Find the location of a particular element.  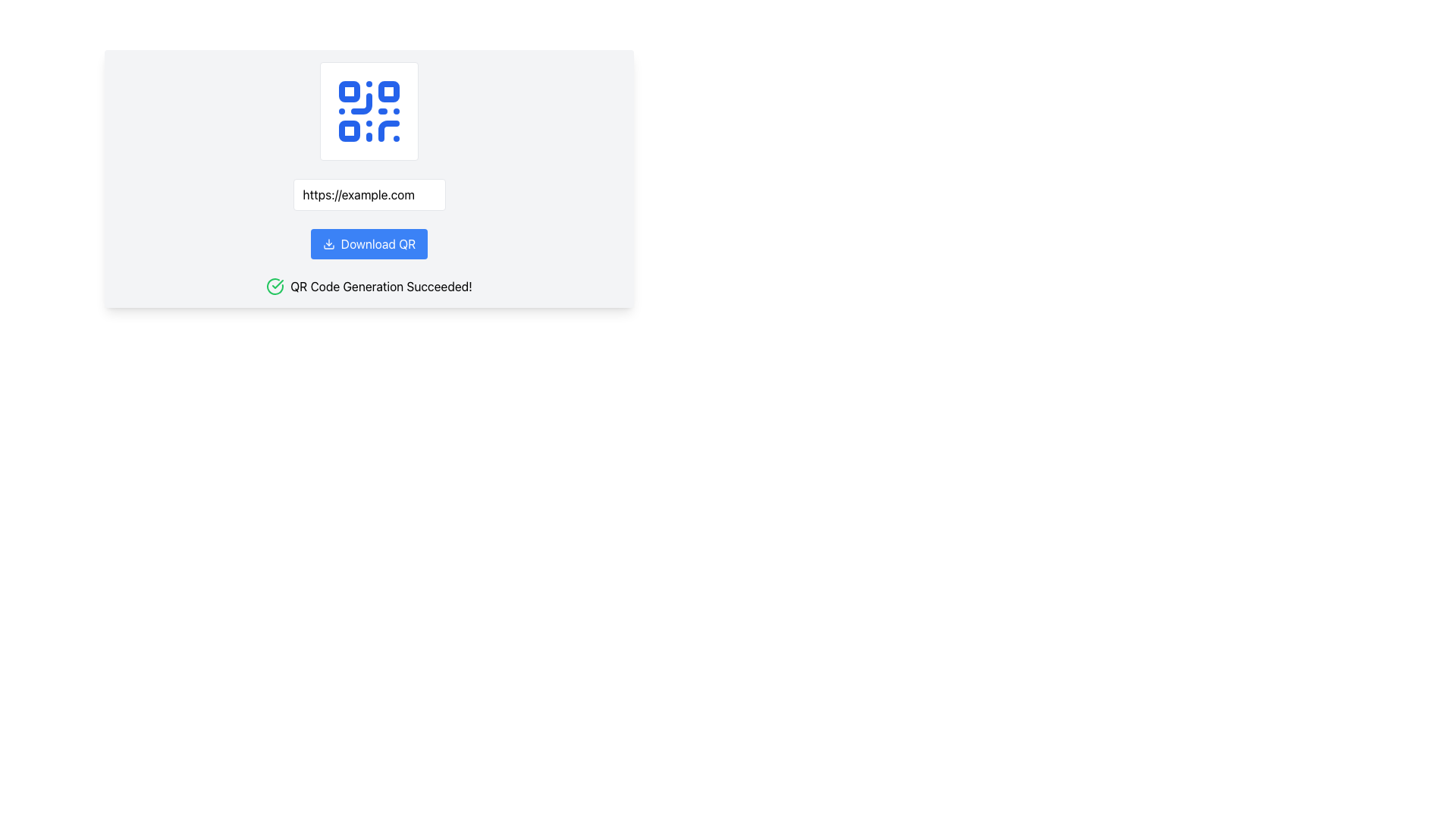

success message from the text label located centrally in the lower section of the interface, beneath the 'Download QR' button, which notifies the user of the successful generation of a QR code is located at coordinates (381, 287).